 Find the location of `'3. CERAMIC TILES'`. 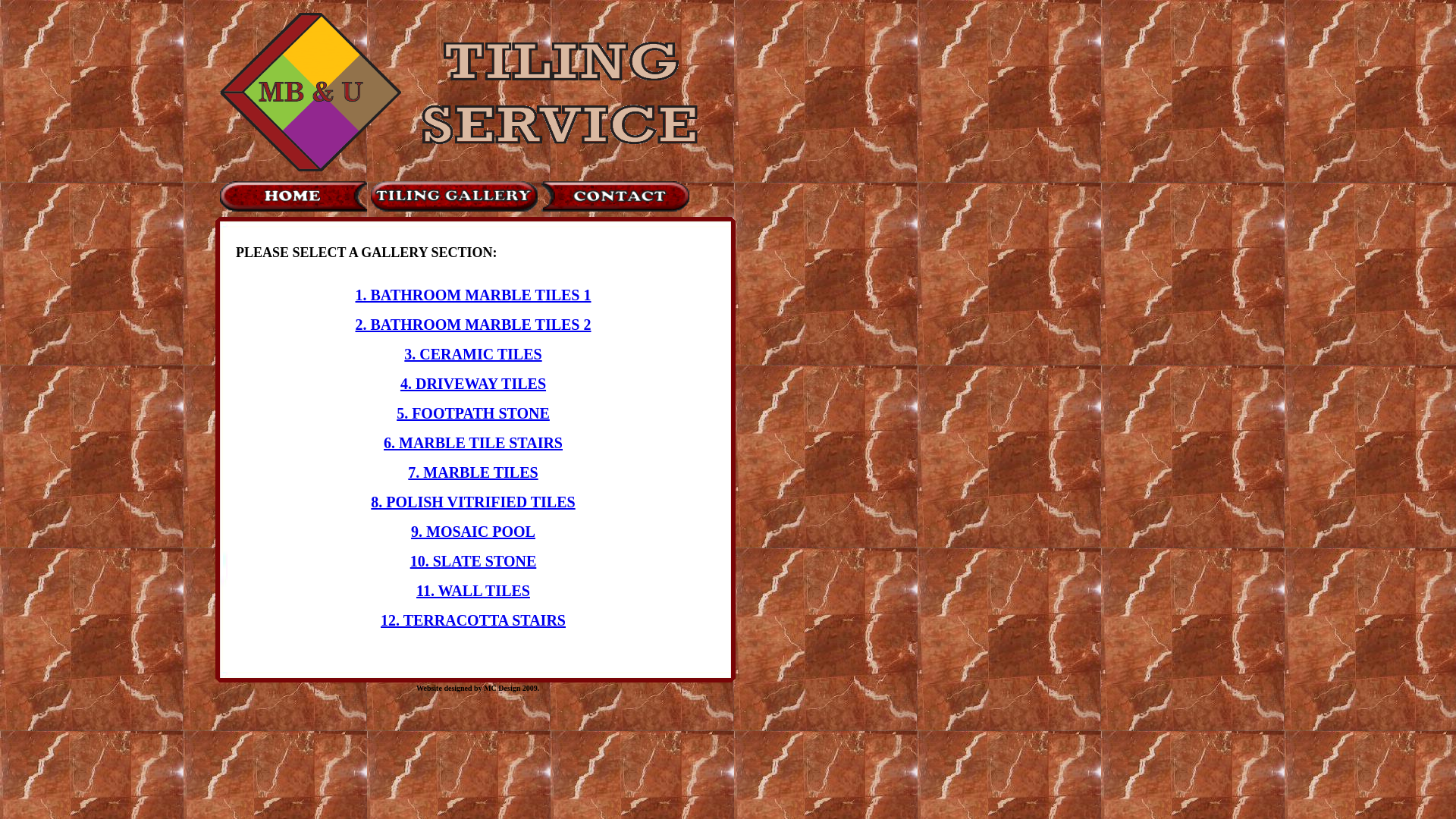

'3. CERAMIC TILES' is located at coordinates (403, 353).